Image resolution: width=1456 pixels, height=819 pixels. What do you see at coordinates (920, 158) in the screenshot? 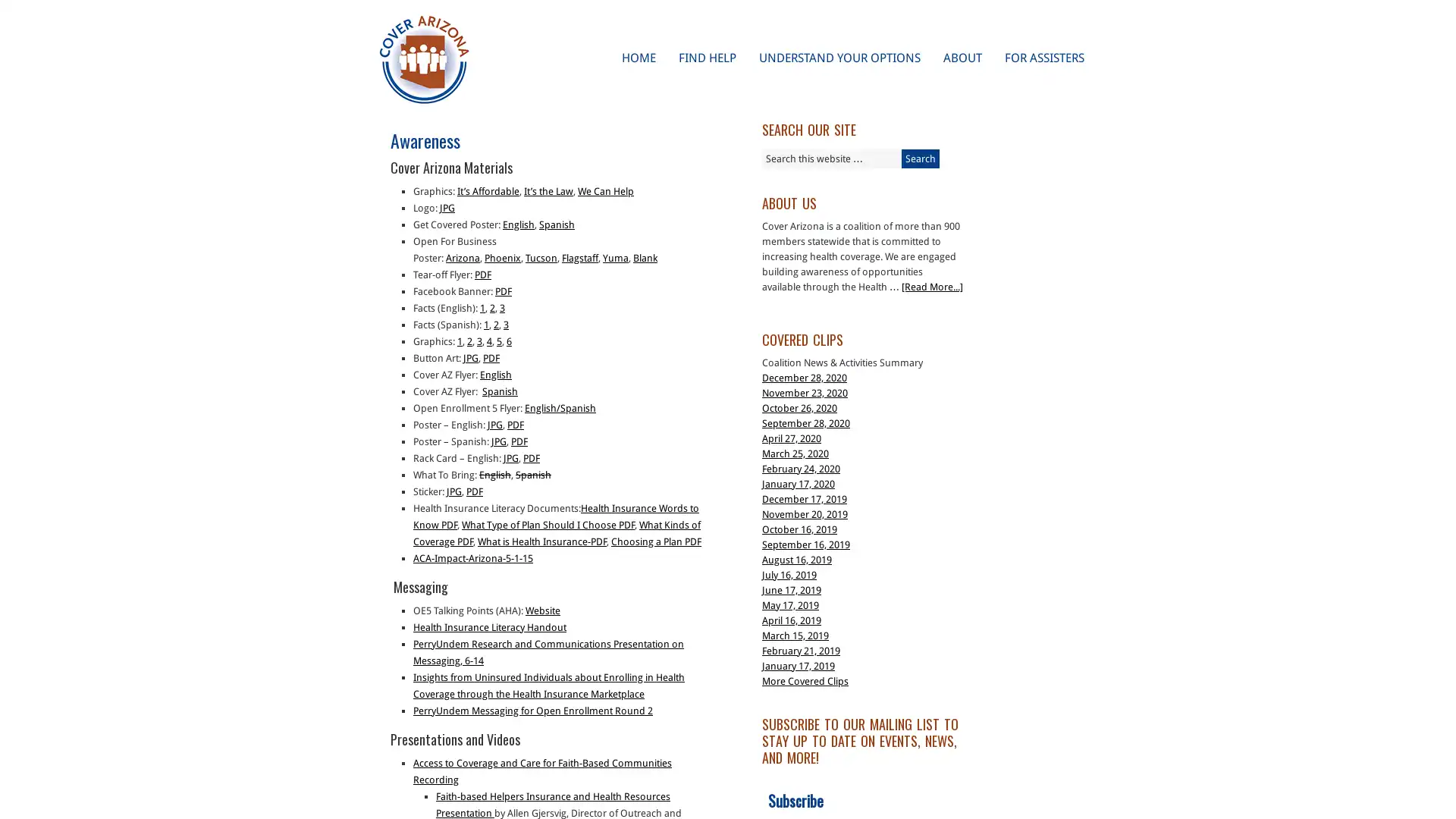
I see `Search` at bounding box center [920, 158].